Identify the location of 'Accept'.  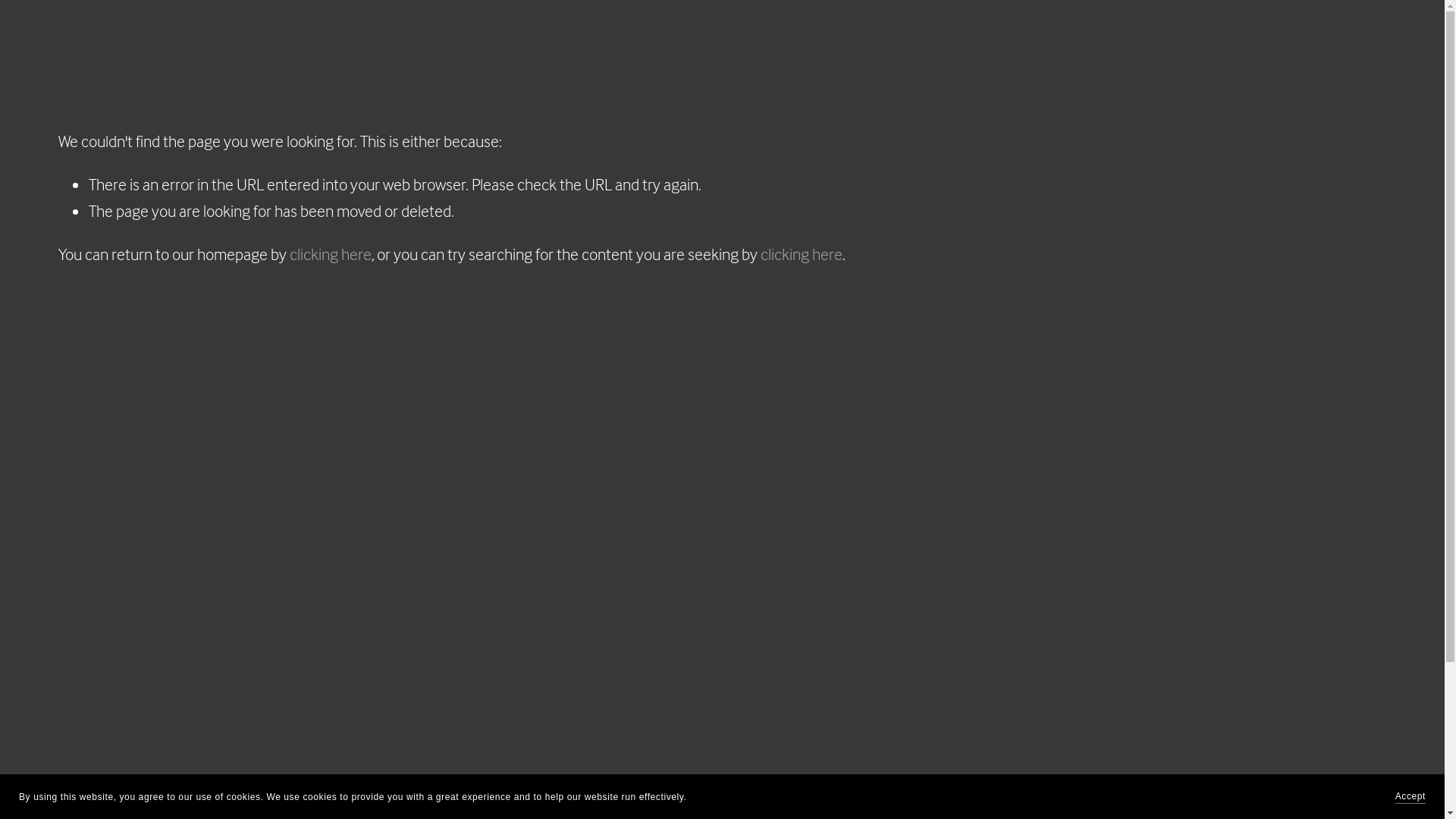
(1410, 795).